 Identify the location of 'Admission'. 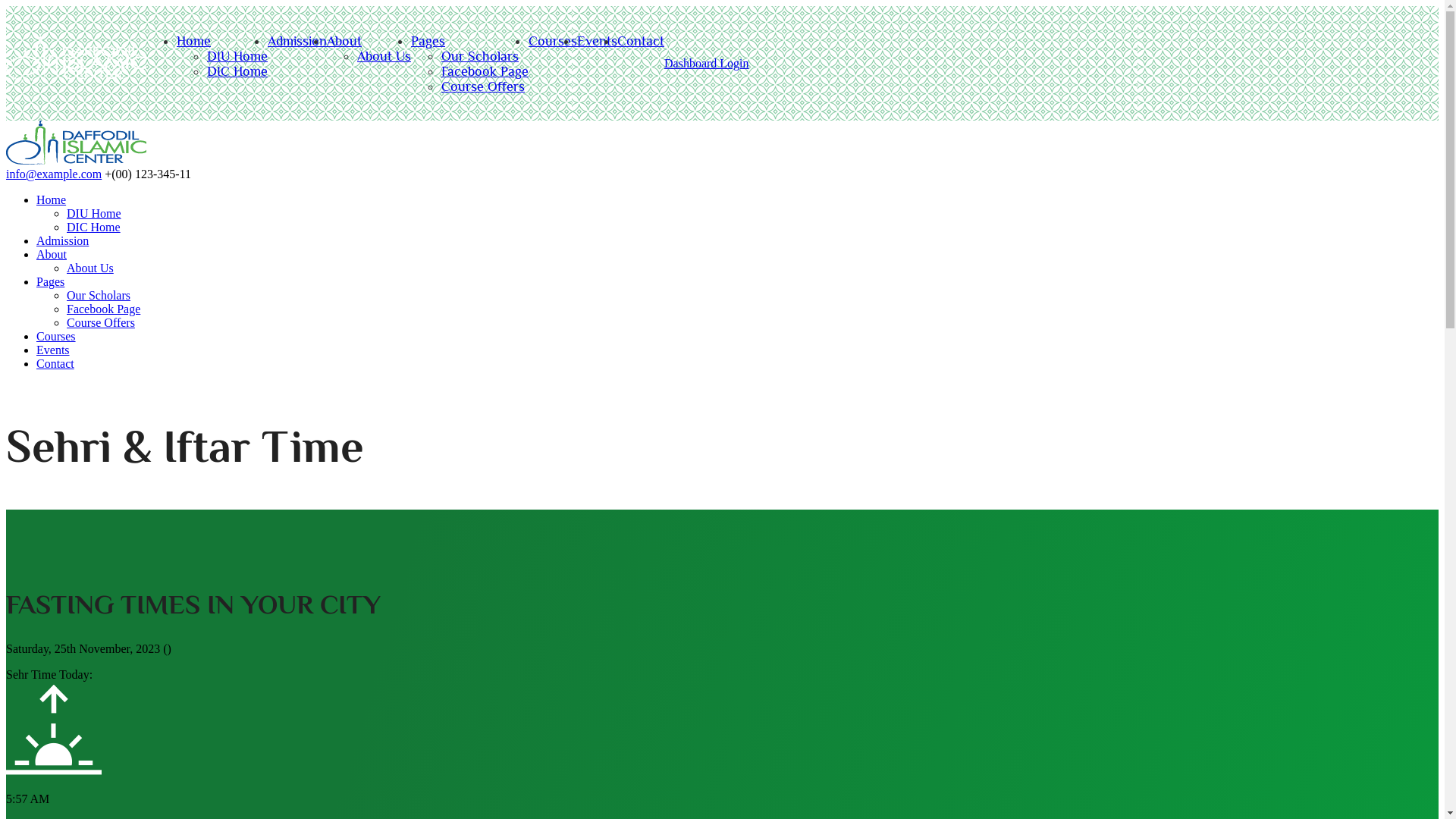
(61, 240).